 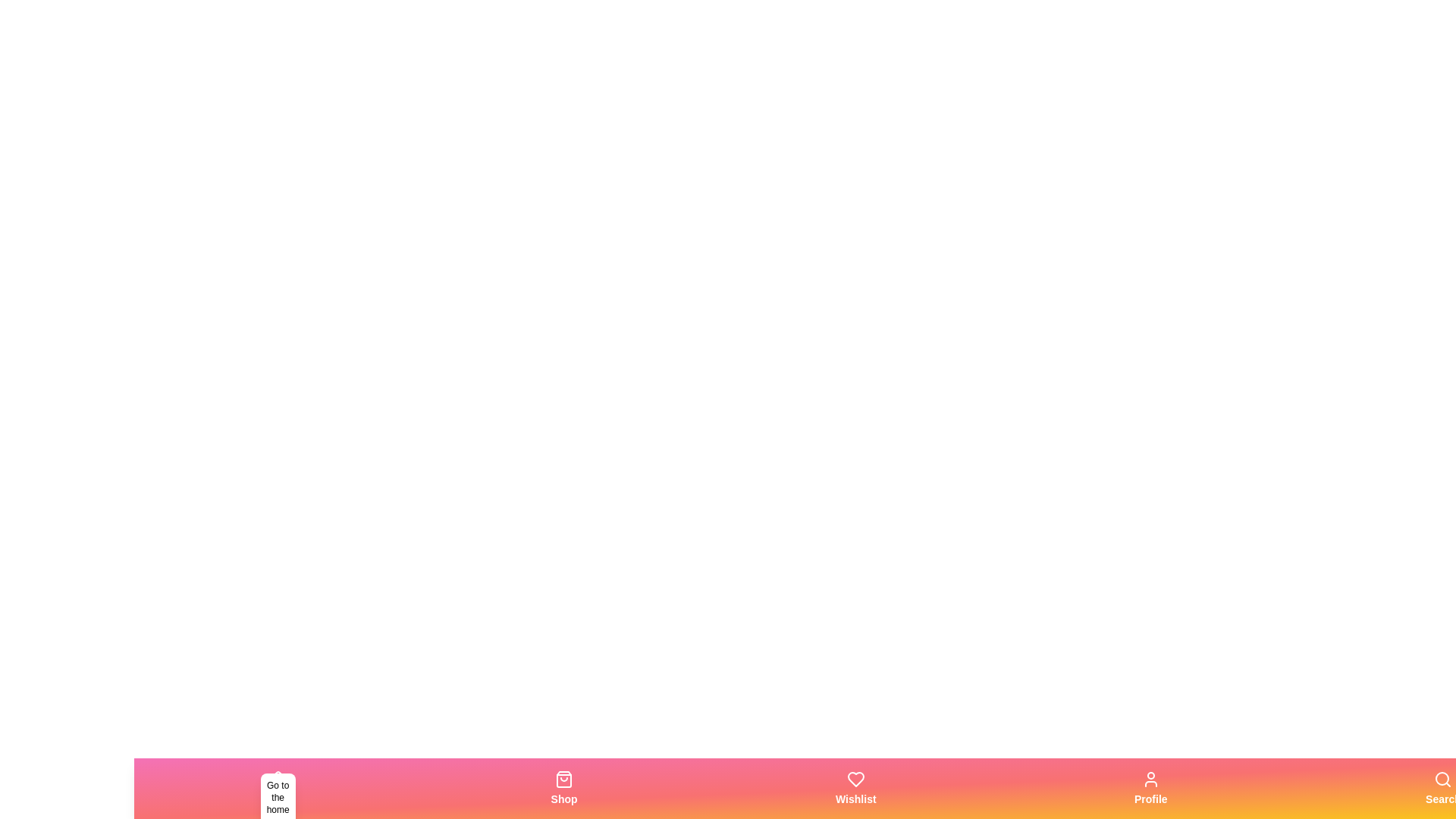 I want to click on the Wishlist tab to view its hint, so click(x=855, y=788).